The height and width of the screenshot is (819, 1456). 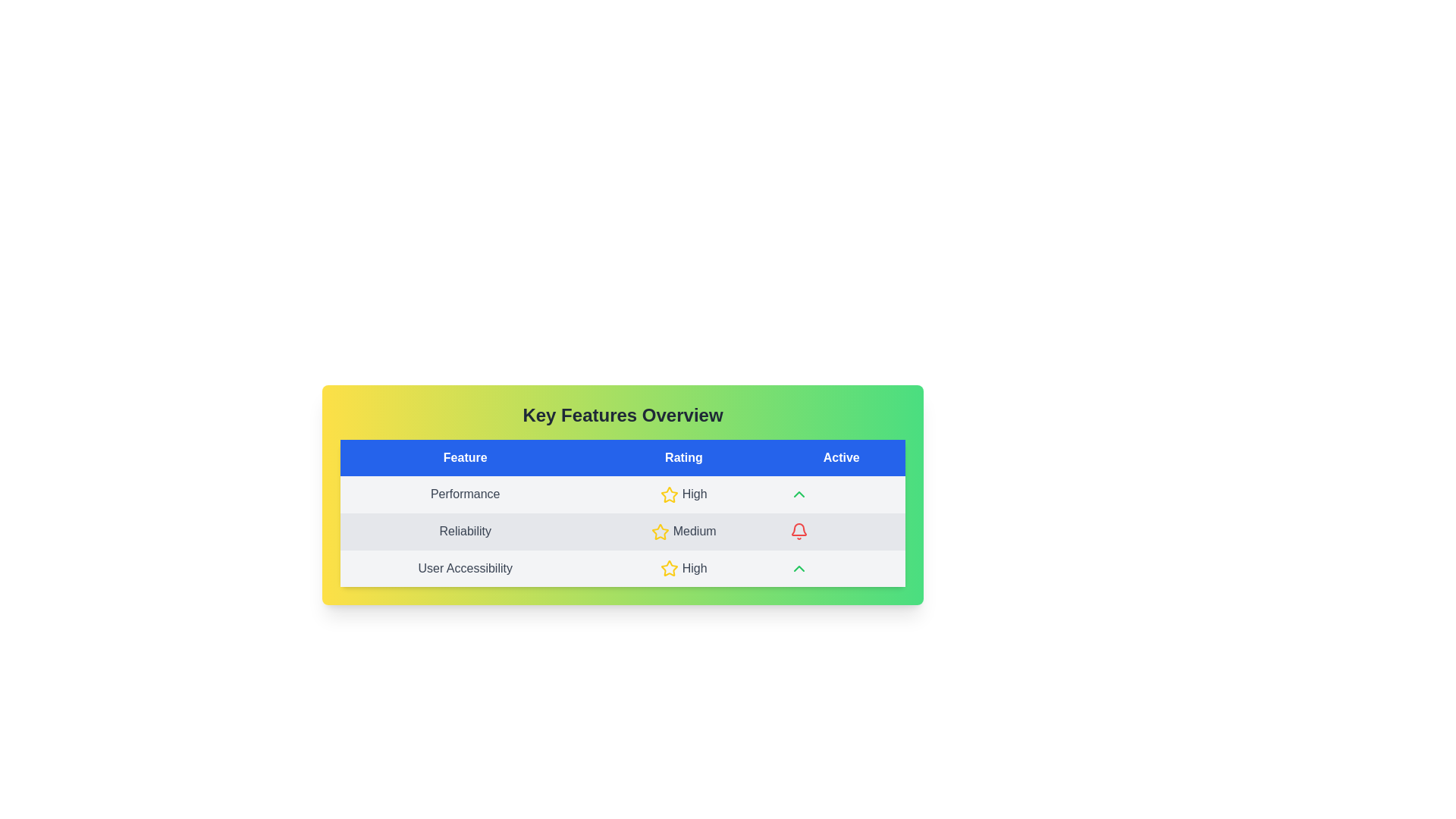 What do you see at coordinates (683, 457) in the screenshot?
I see `the 'Rating' column header in the table, which is the second column header between 'Feature' and 'Active'` at bounding box center [683, 457].